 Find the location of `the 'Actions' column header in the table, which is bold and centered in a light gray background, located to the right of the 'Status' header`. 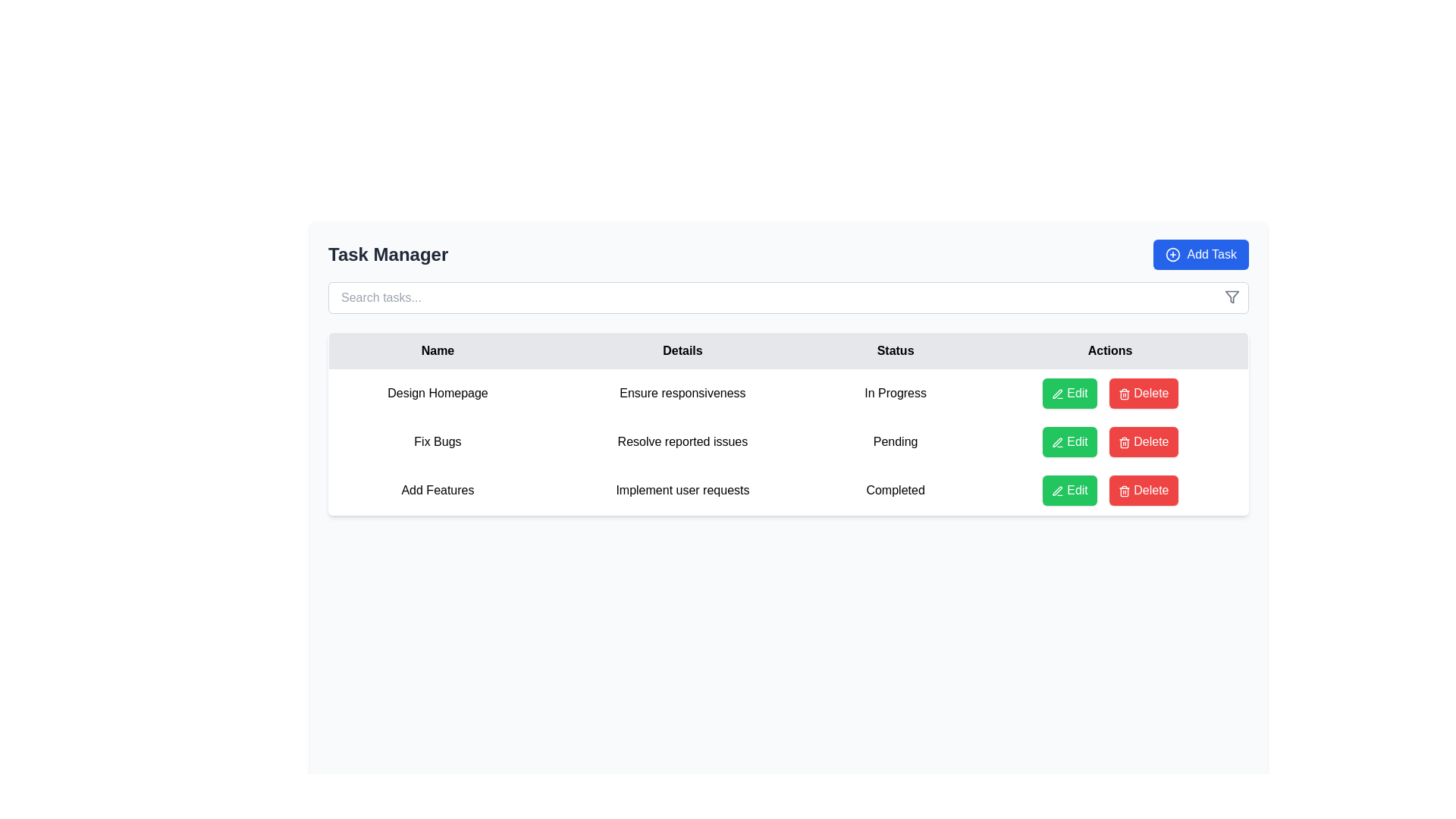

the 'Actions' column header in the table, which is bold and centered in a light gray background, located to the right of the 'Status' header is located at coordinates (1110, 350).